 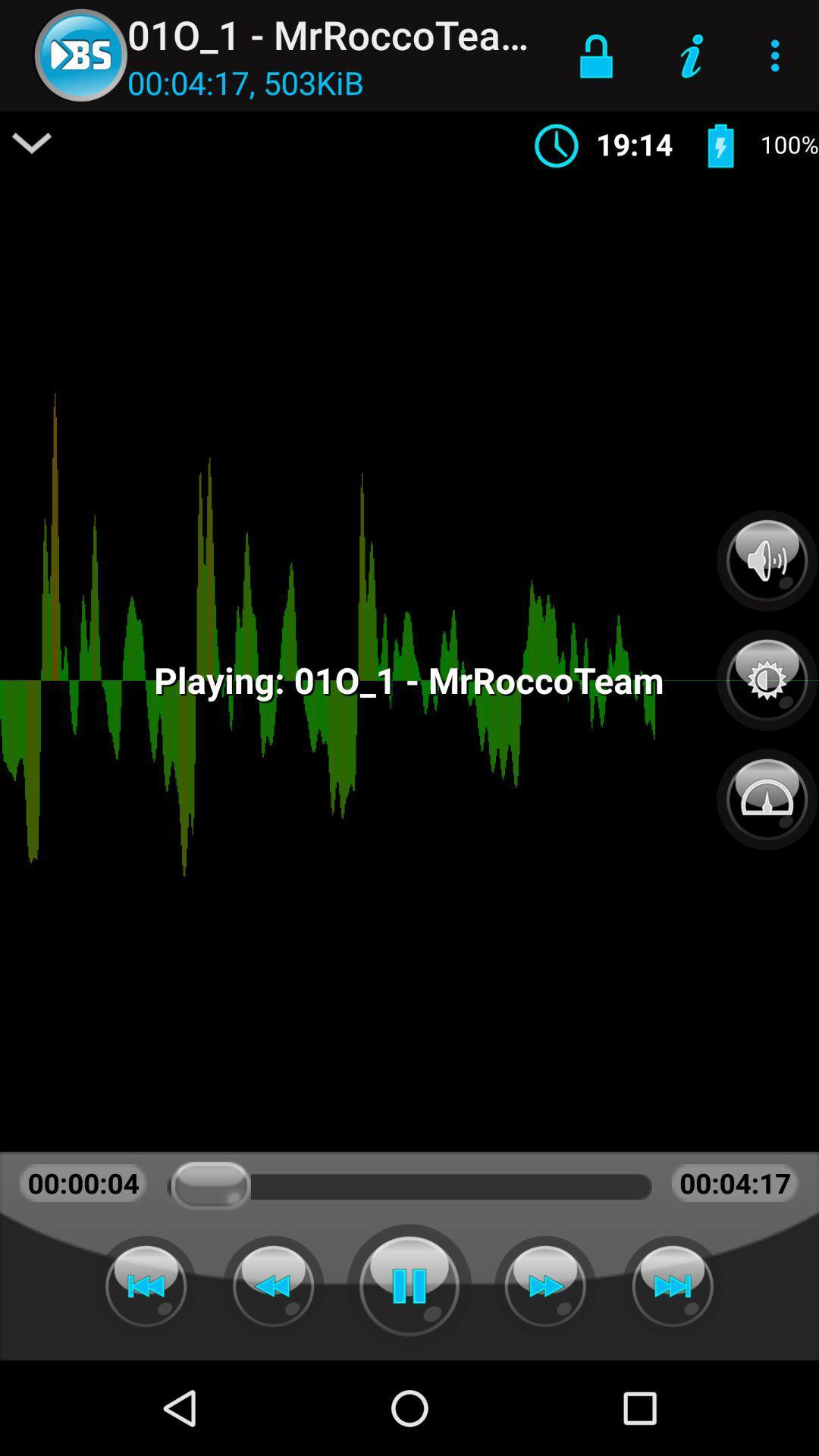 What do you see at coordinates (767, 671) in the screenshot?
I see `britenes` at bounding box center [767, 671].